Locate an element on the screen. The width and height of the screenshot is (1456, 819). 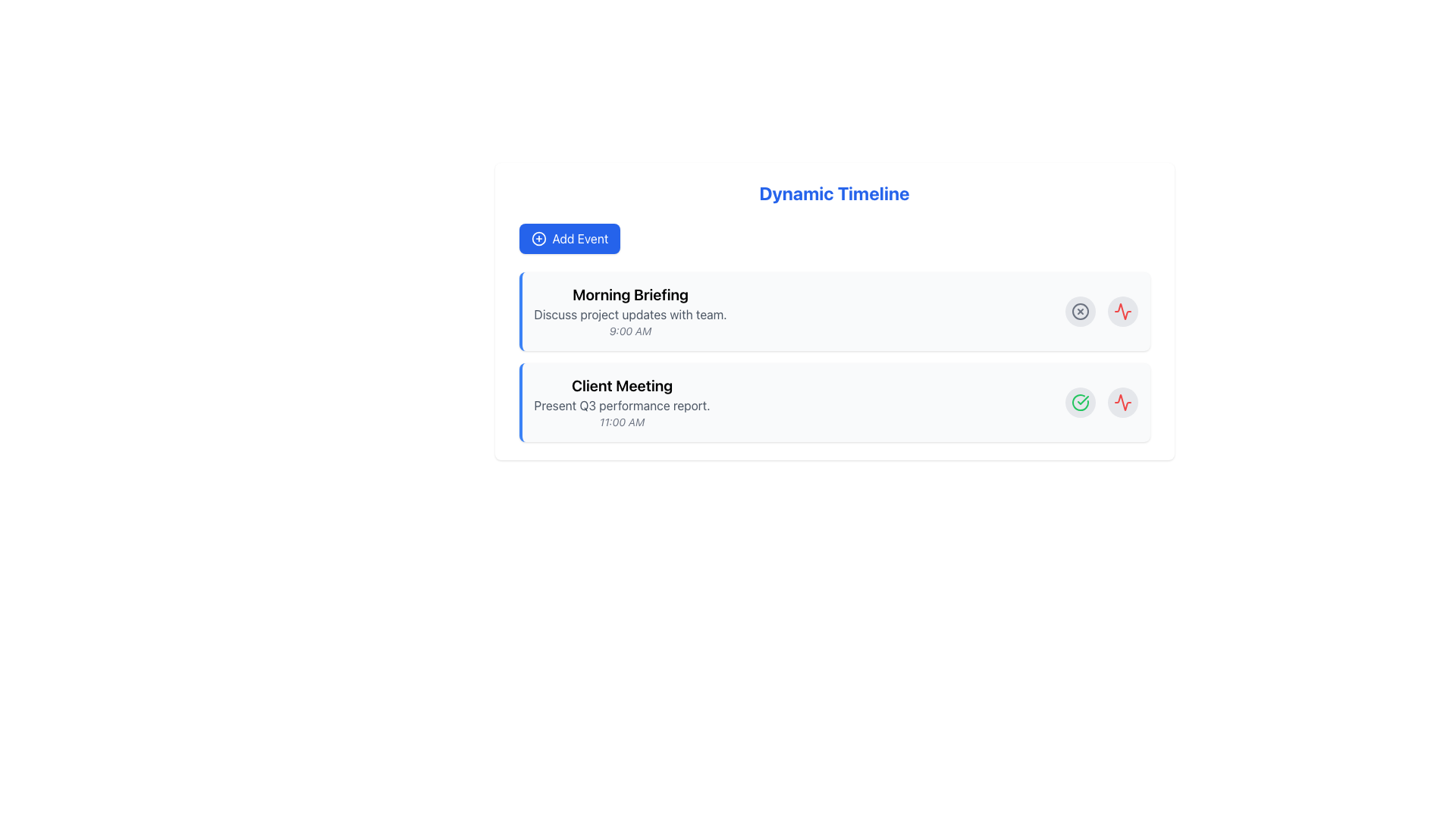
the small circular button with a light gray background and a dark gray border, featuring a dark gray 'X' icon, located on the right side of the 'Morning Briefing' task entry is located at coordinates (1079, 311).